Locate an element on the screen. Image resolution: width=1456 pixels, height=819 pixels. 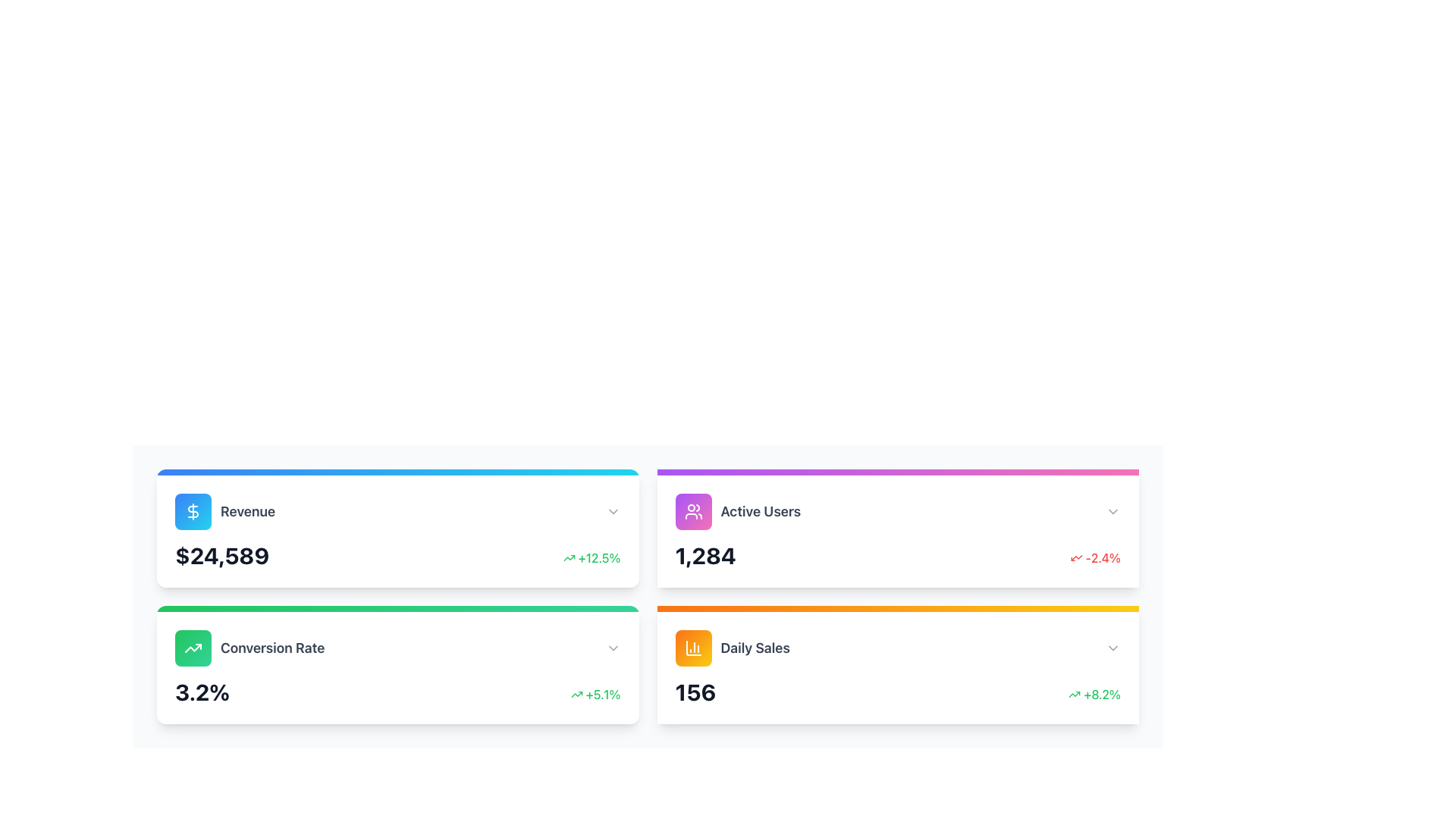
the small red upward trend line icon located to the left of the '-2.4%' text, which indicates a change in 'Active Users' is located at coordinates (1075, 558).